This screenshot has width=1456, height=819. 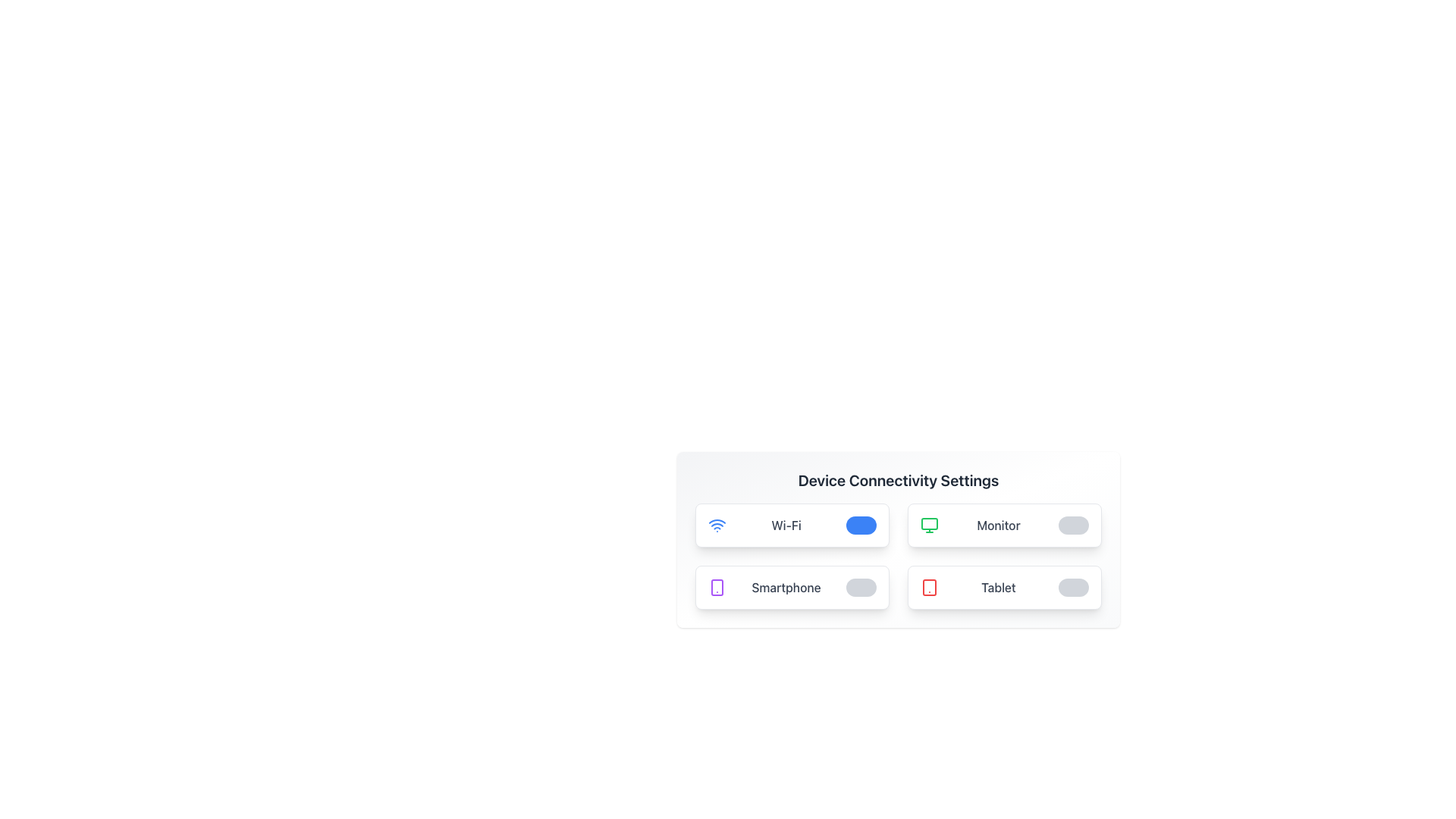 I want to click on the toggle switch for the 'Monitor' feature in the 'Device Connectivity Settings' section to change its state, so click(x=1073, y=525).